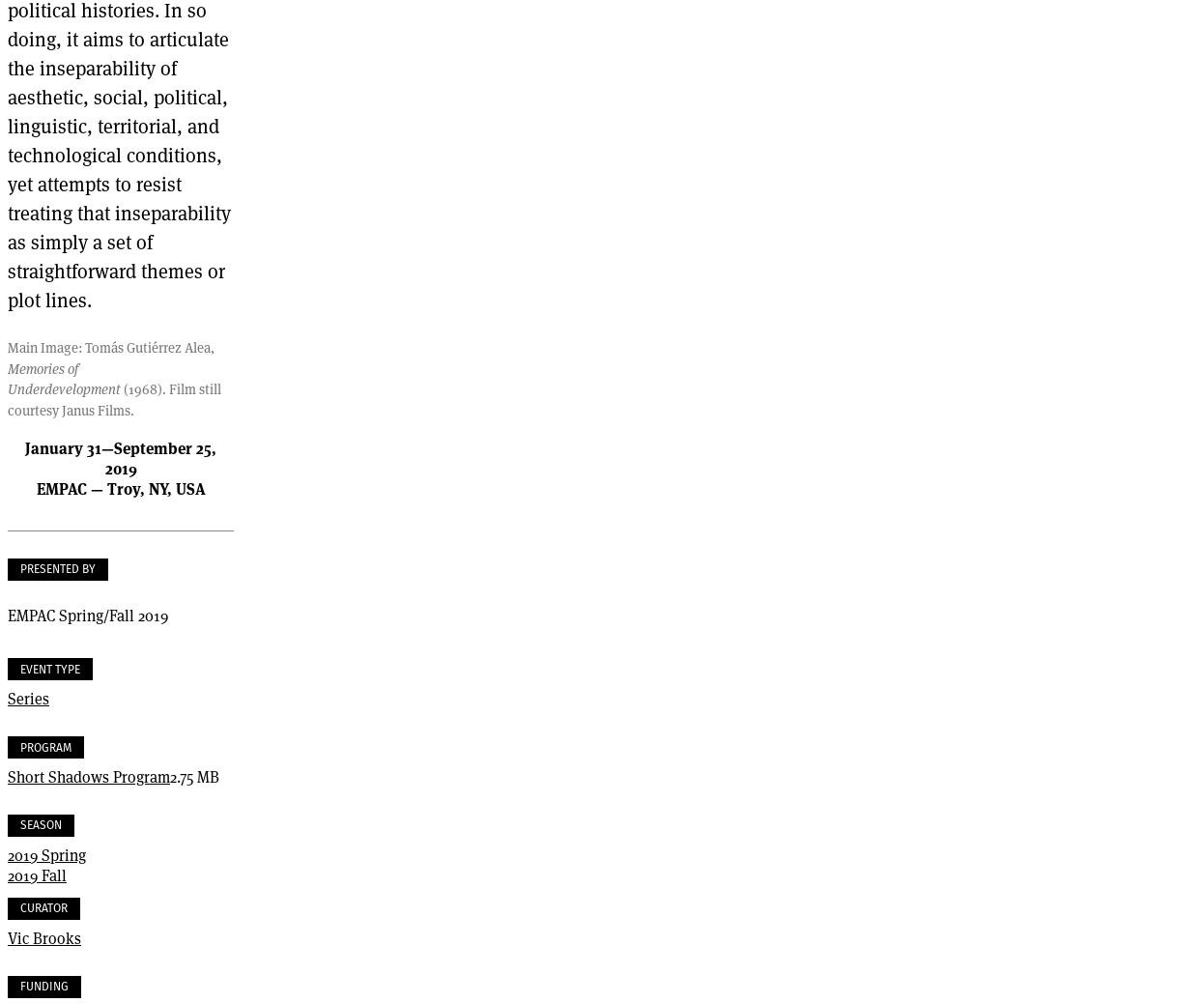 This screenshot has height=1003, width=1204. Describe the element at coordinates (58, 567) in the screenshot. I see `'Presented By'` at that location.